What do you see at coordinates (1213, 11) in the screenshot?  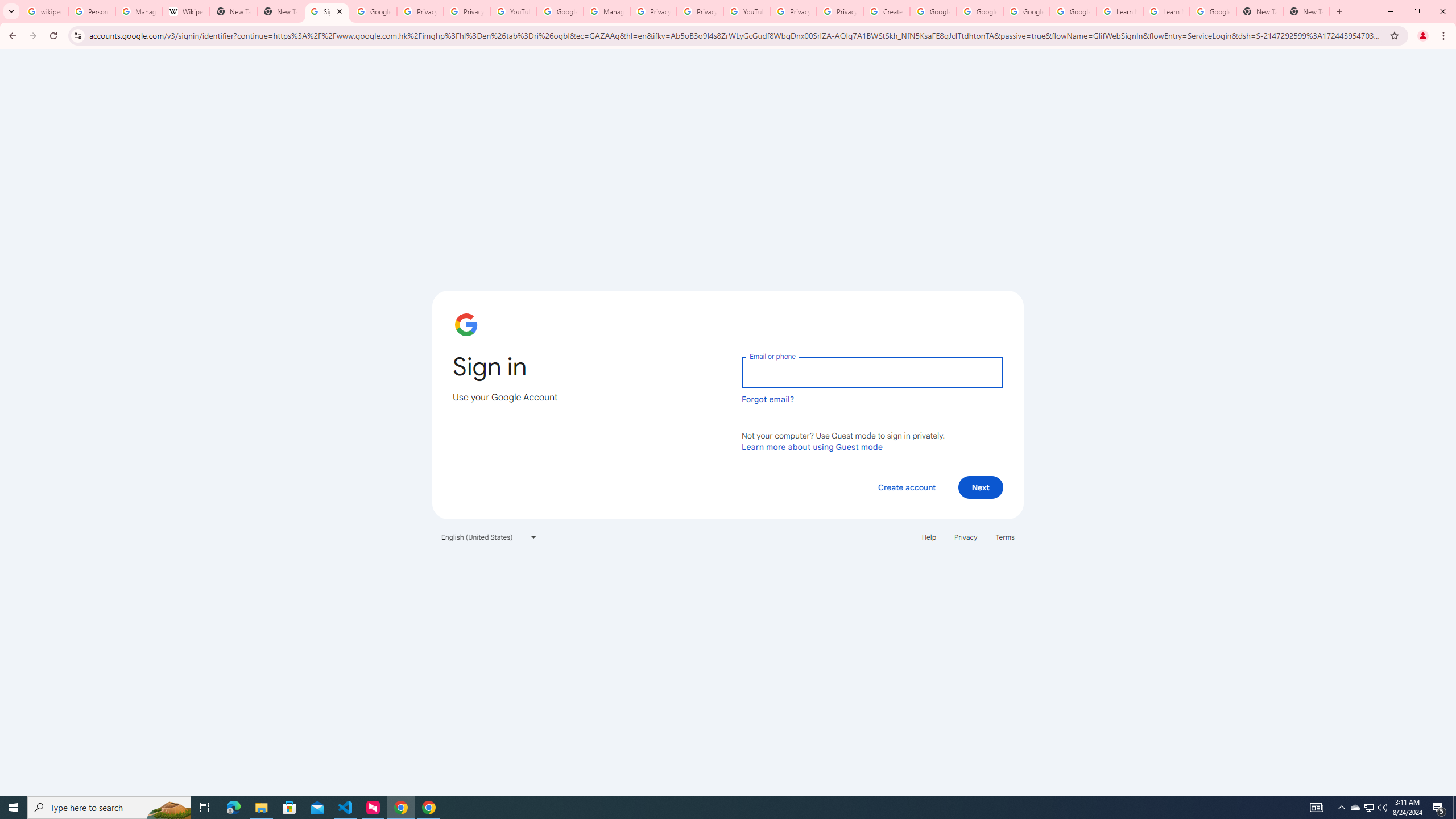 I see `'Google Account'` at bounding box center [1213, 11].